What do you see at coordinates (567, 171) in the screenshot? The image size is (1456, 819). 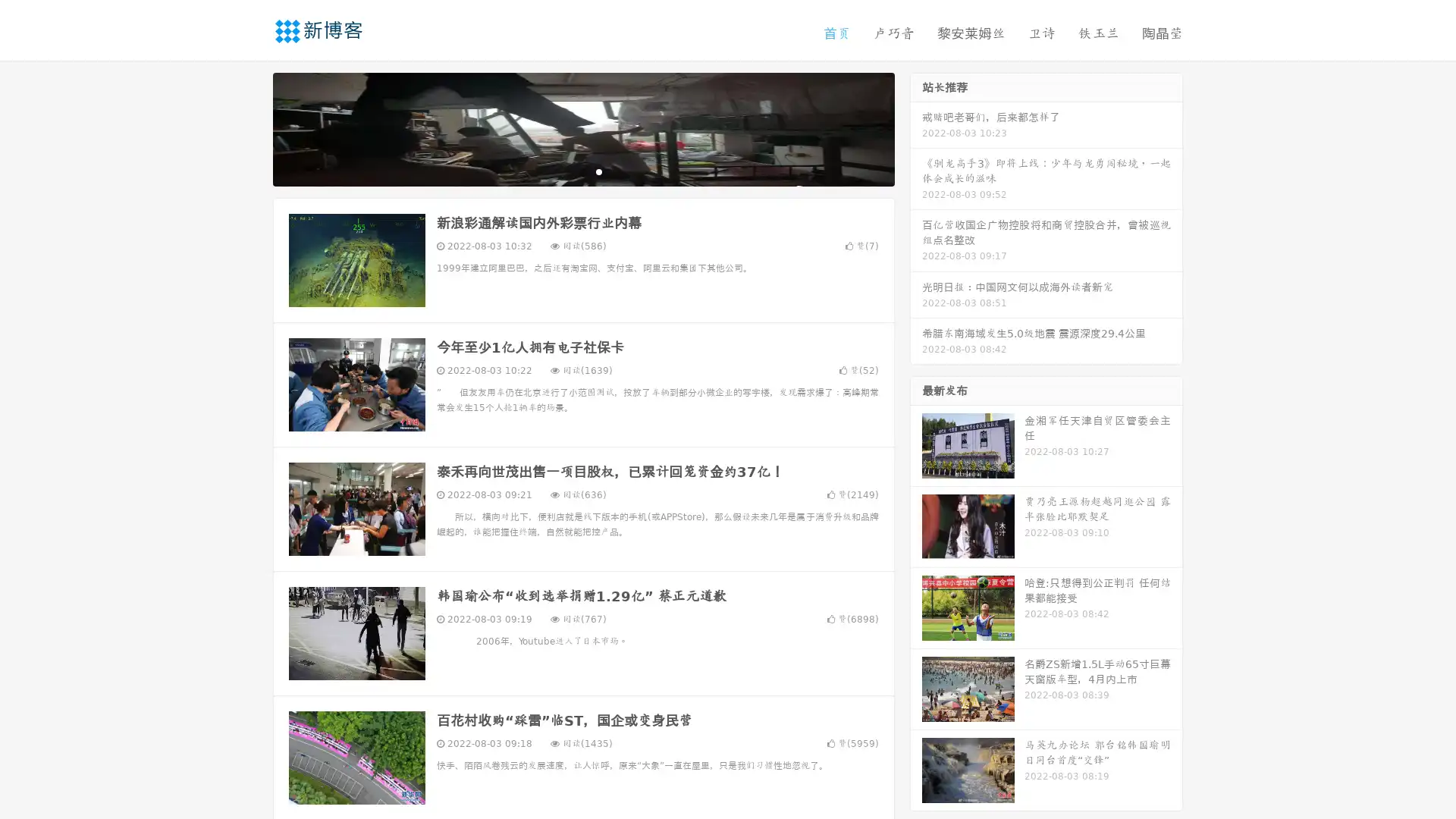 I see `Go to slide 1` at bounding box center [567, 171].